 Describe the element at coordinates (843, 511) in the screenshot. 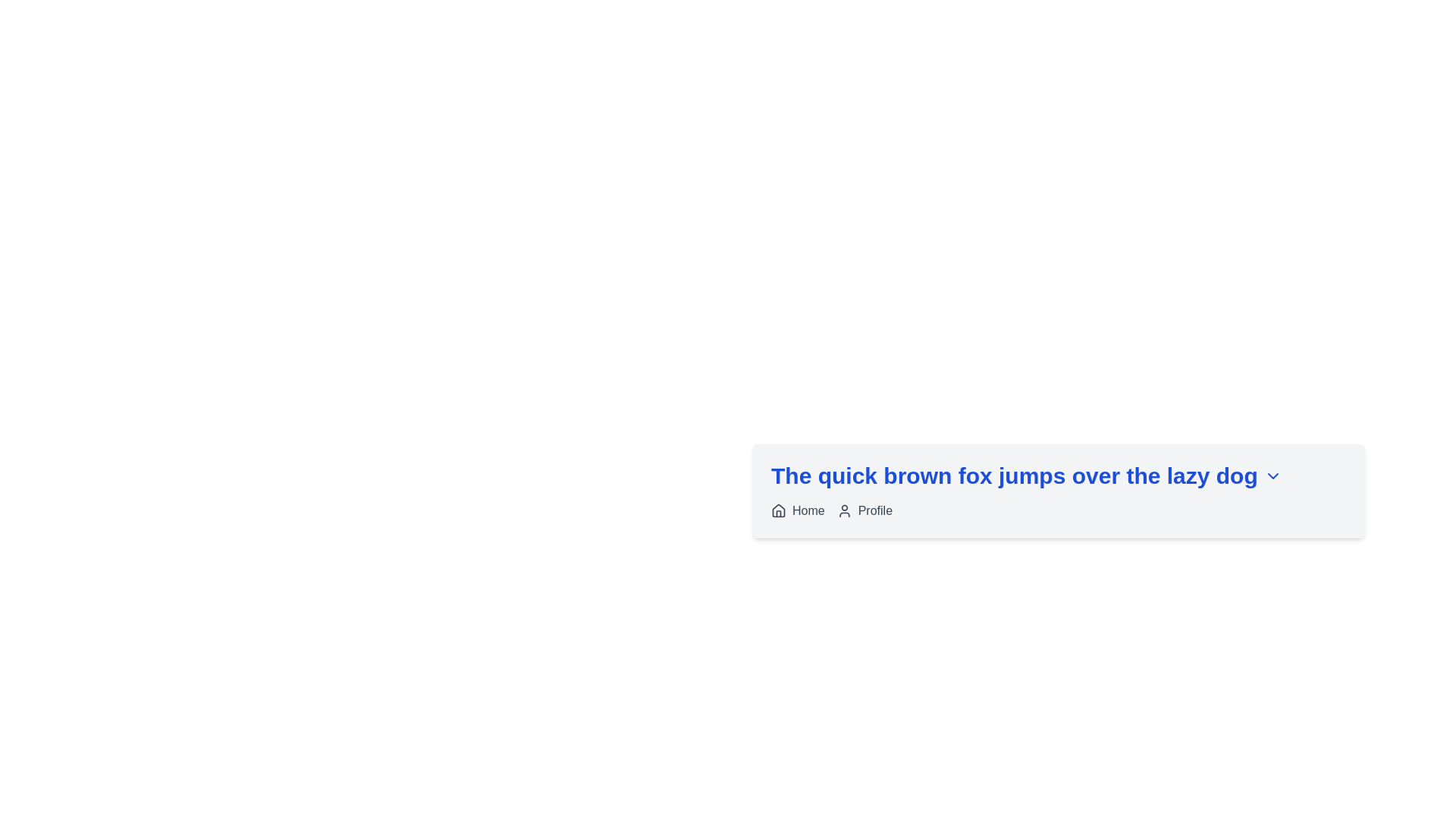

I see `the profile icon located next to the text 'Profile'` at that location.